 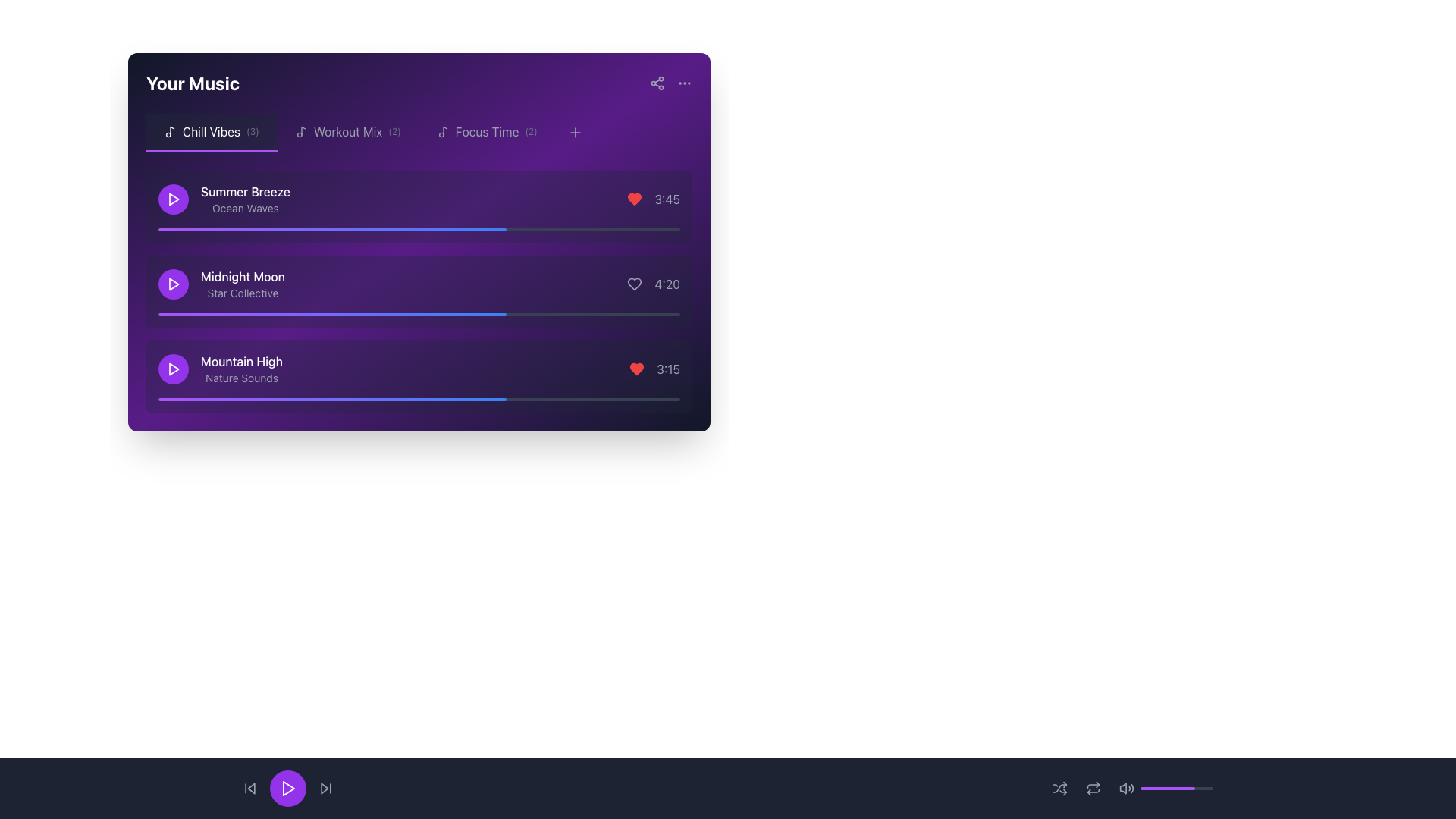 I want to click on the playback status of the progress bar located in the 'Summer Breeze' song section of the 'Chill Vibes' playlist, which is a horizontally oriented rectangular bar transitioning from purple to blue, so click(x=331, y=230).